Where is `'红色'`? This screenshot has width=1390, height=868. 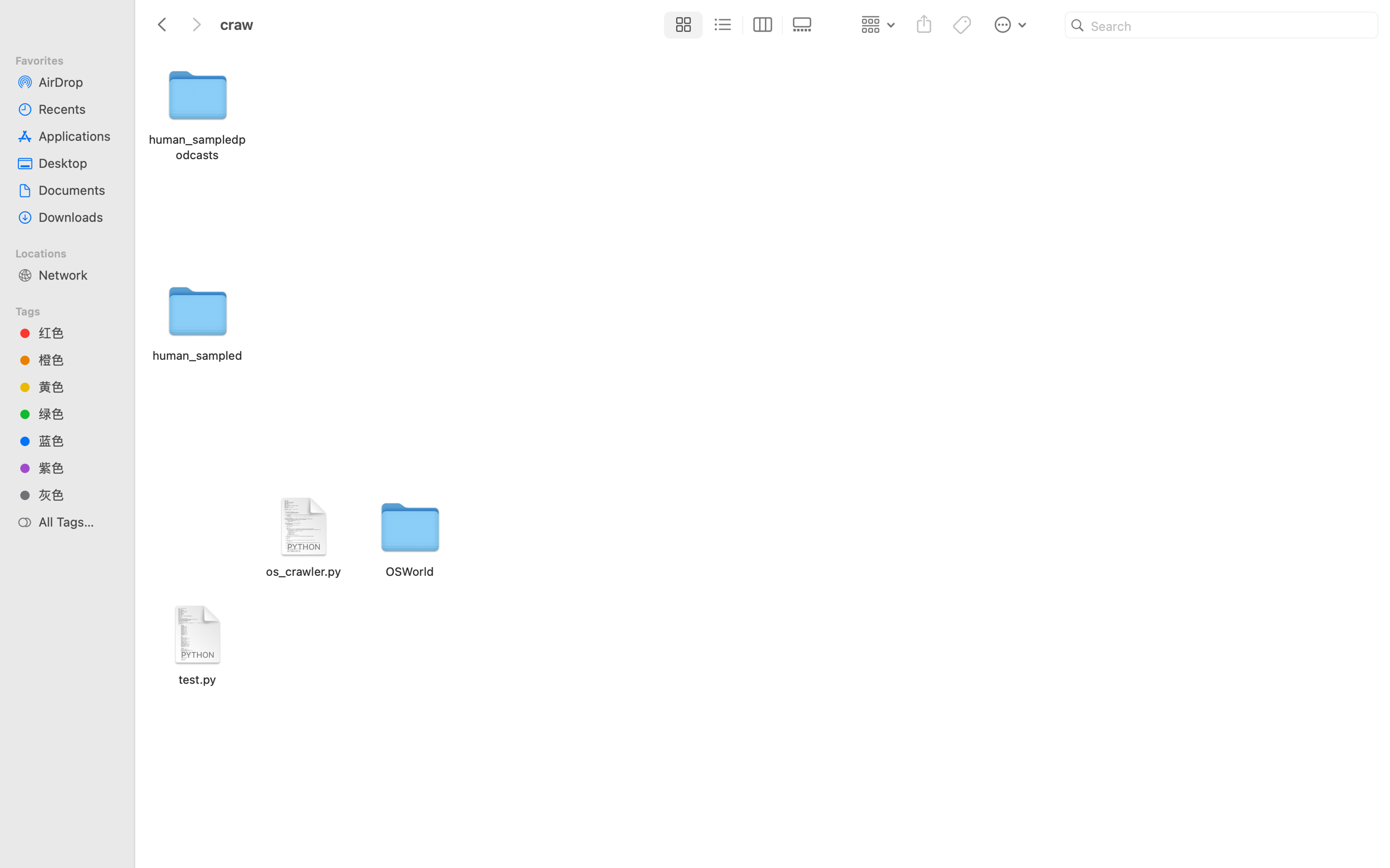 '红色' is located at coordinates (77, 332).